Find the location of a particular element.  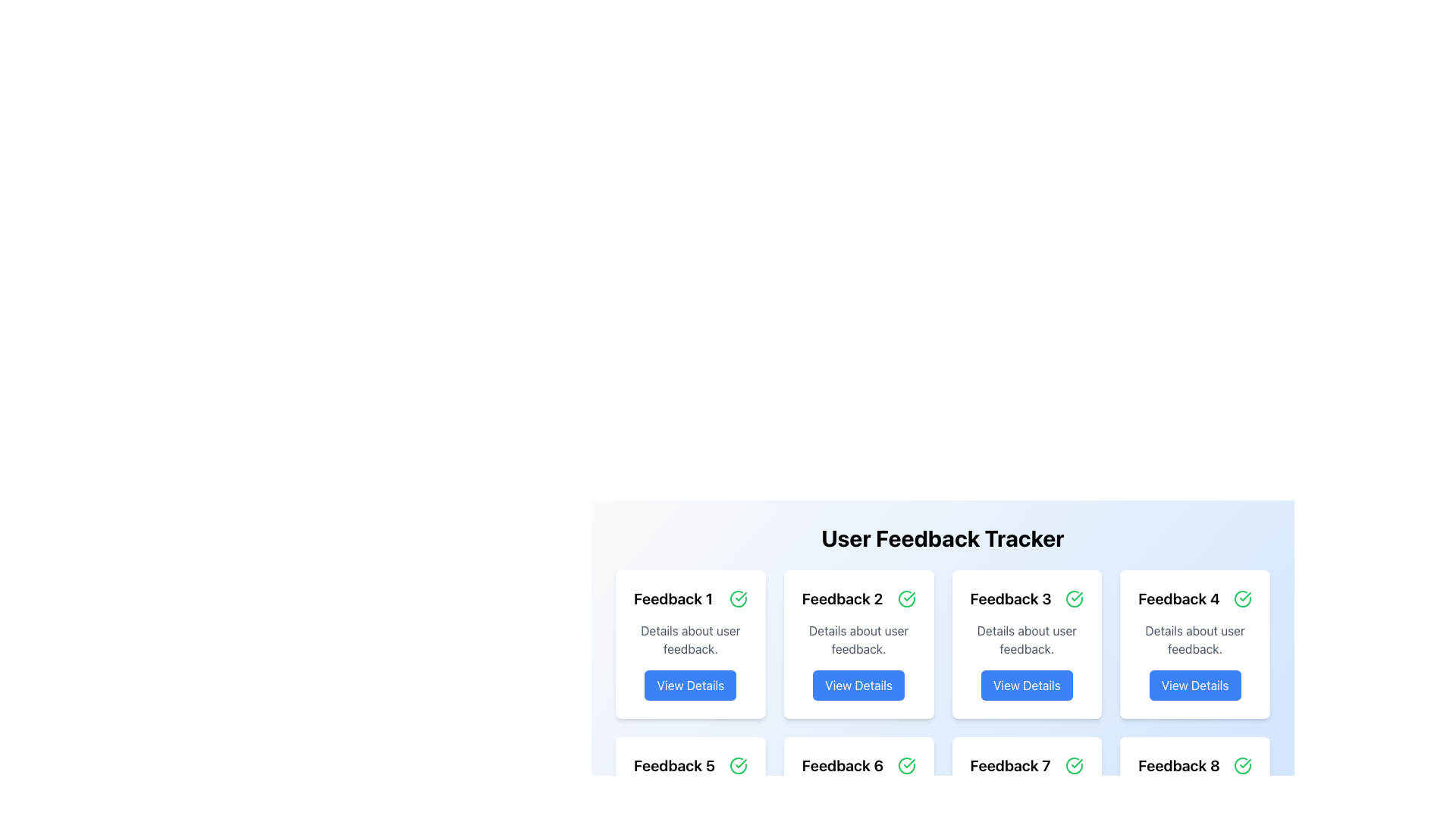

title text of the seventh feedback card, which is positioned in the lower row of the feedback grid, between 'Feedback 6' and 'Feedback 8' is located at coordinates (1010, 766).